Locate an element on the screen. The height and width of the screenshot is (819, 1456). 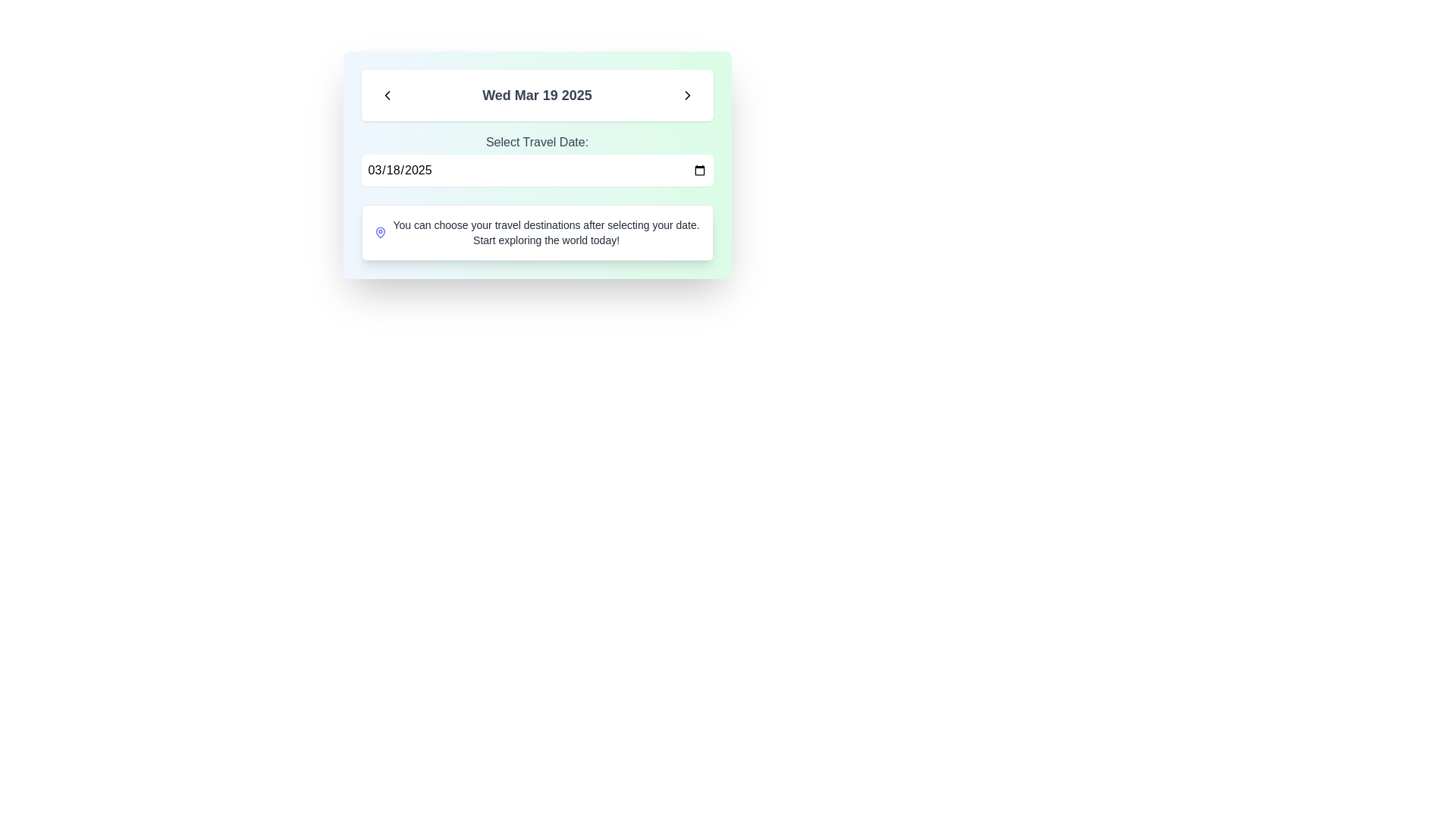
the chevron icon located in the header section of the interactive card interface is located at coordinates (387, 96).